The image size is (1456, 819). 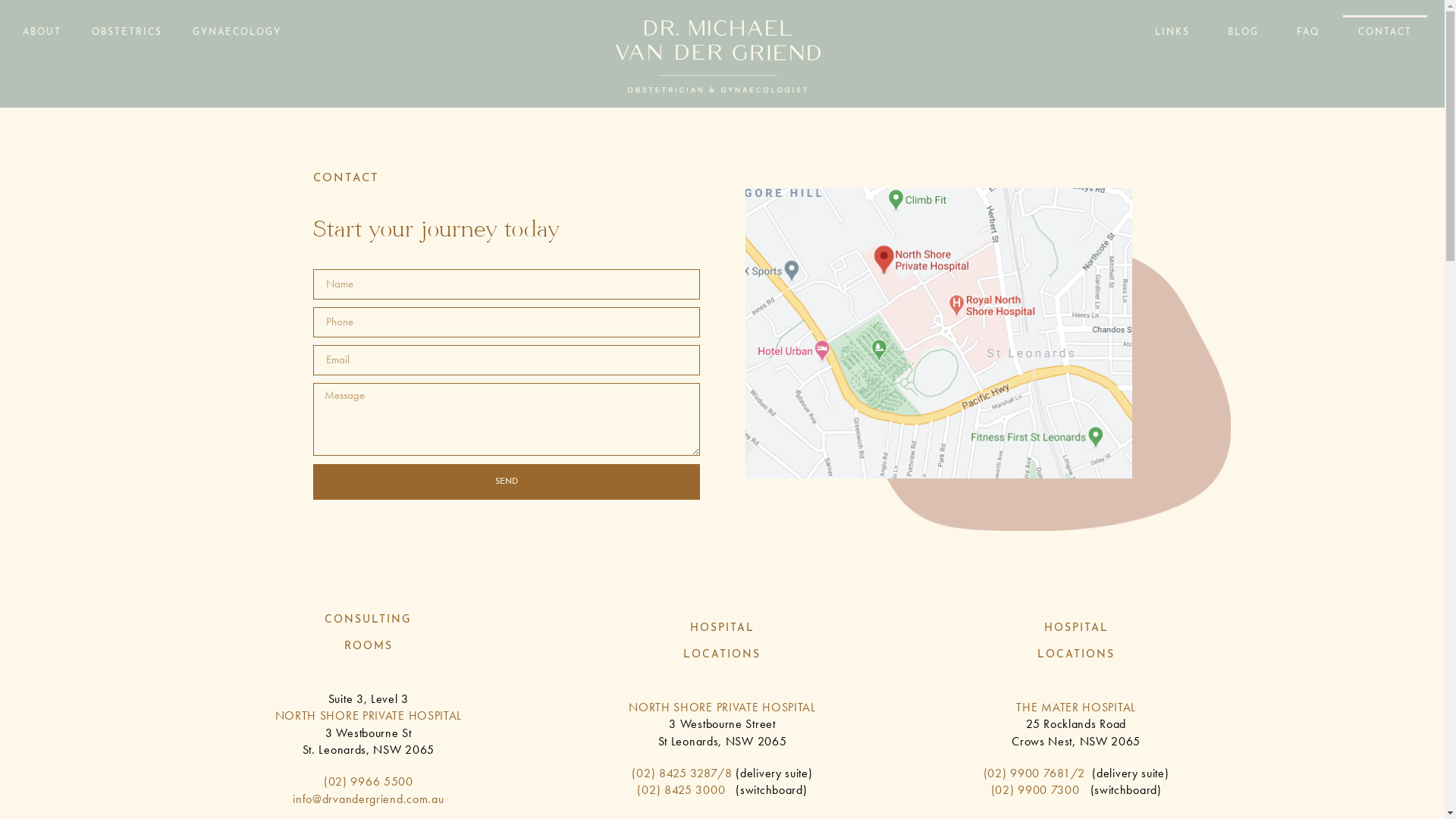 What do you see at coordinates (127, 32) in the screenshot?
I see `'OBSTETRICS'` at bounding box center [127, 32].